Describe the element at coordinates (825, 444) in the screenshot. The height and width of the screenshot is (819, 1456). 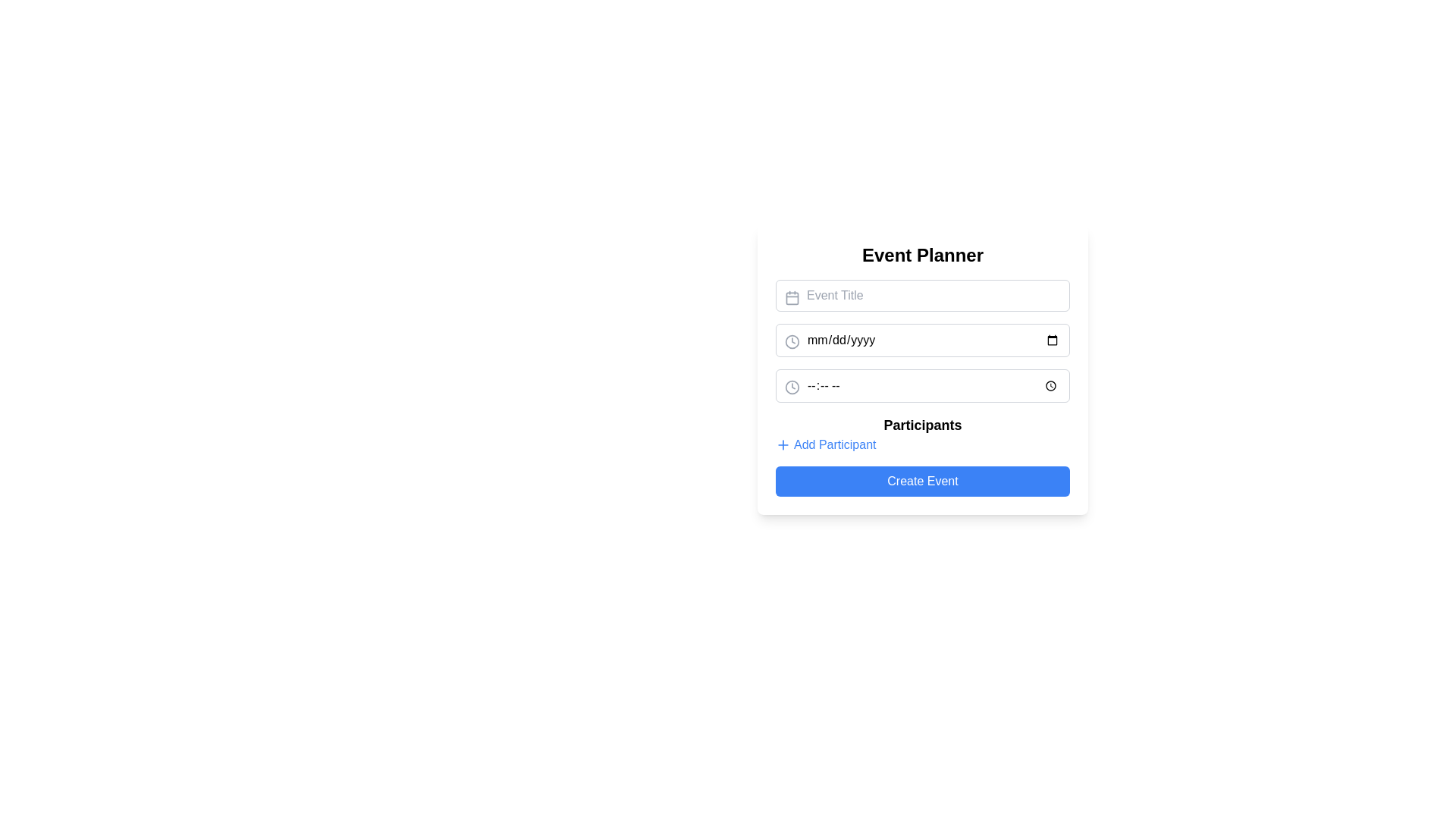
I see `the 'Add Participant' button, which is a blue text button located under the 'Participants' section, just above the 'Create Event' button` at that location.